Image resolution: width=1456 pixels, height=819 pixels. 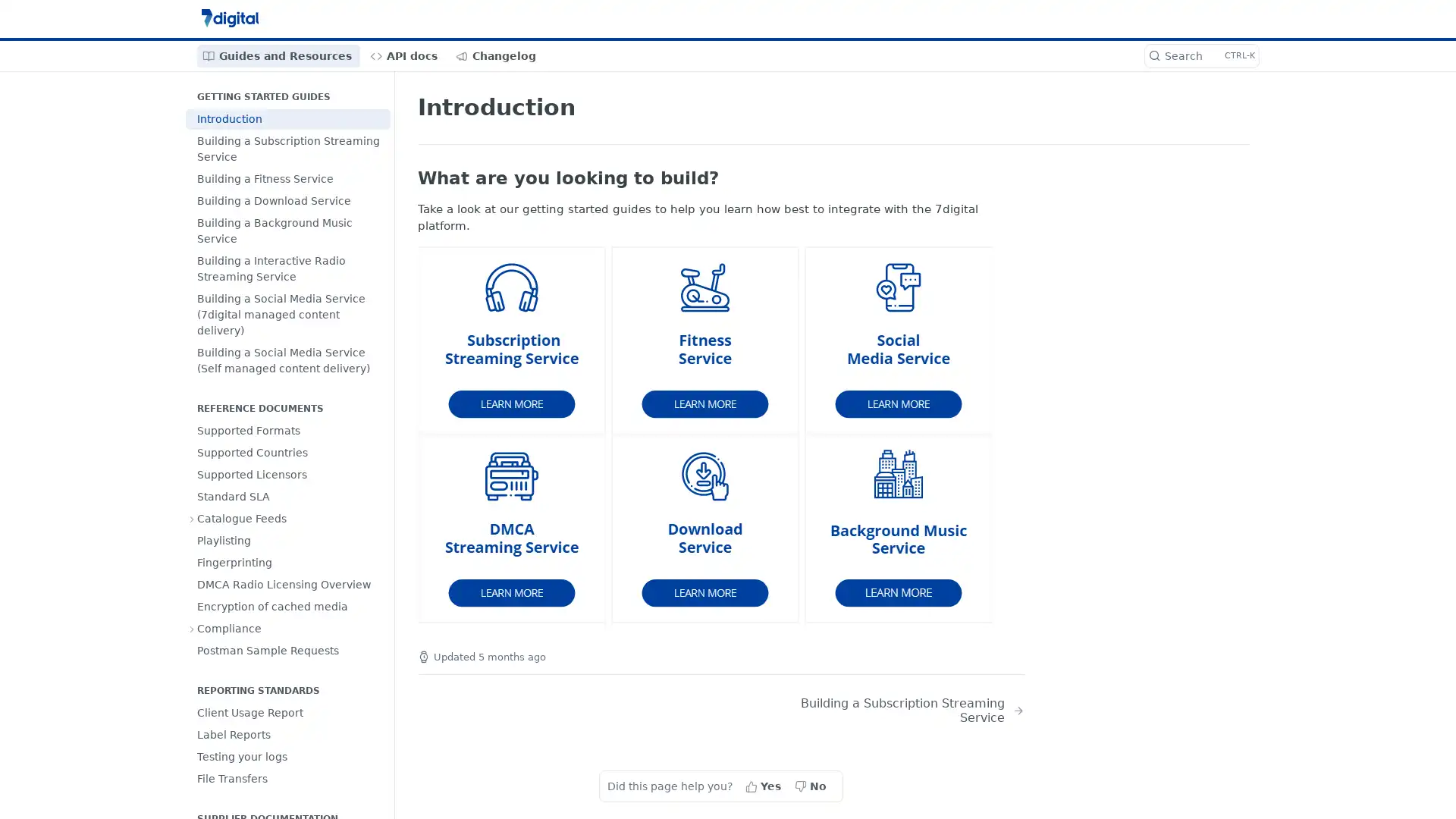 What do you see at coordinates (513, 528) in the screenshot?
I see `homepage` at bounding box center [513, 528].